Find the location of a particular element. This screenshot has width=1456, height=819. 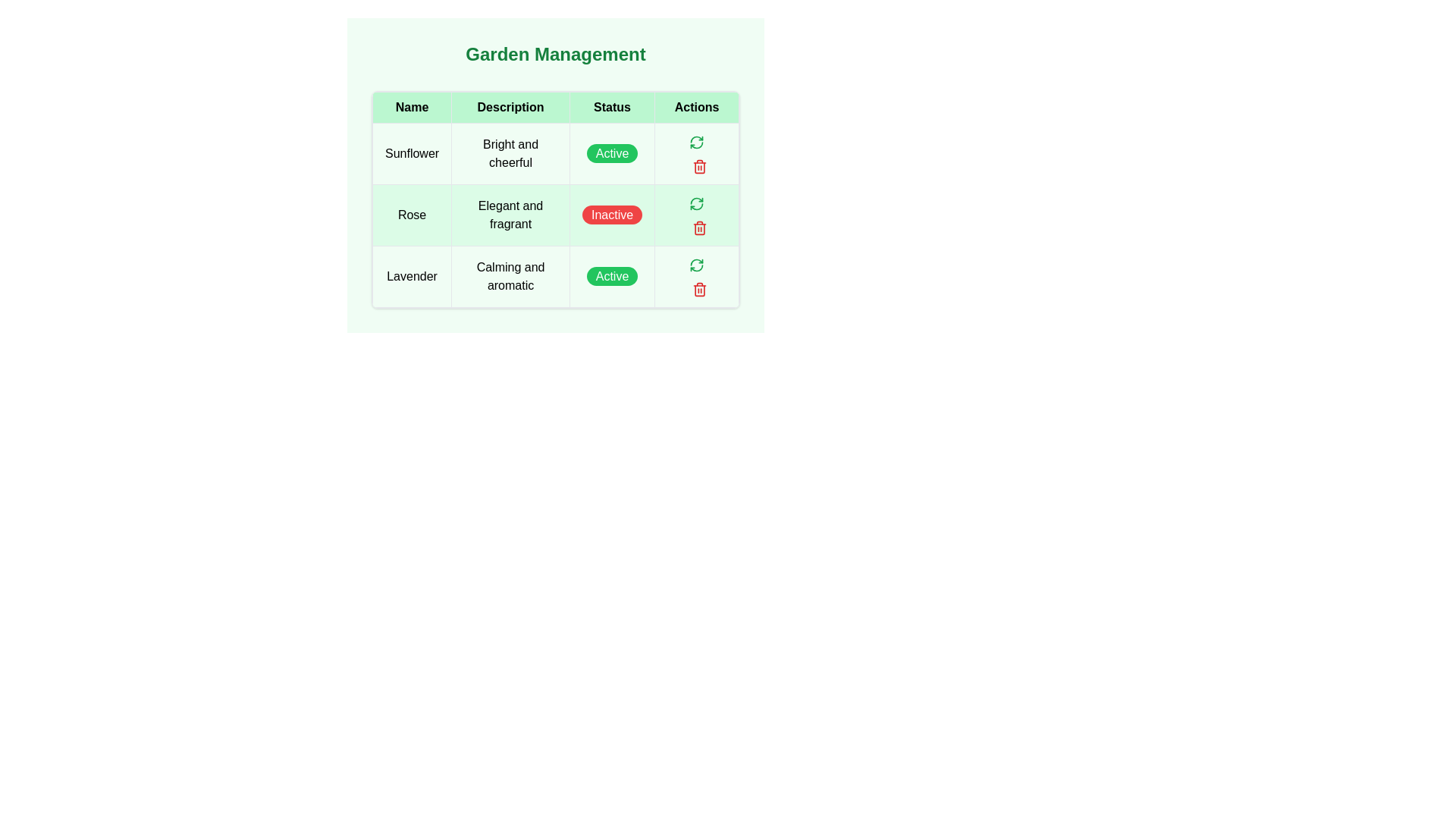

the static text label in the second row of the table under the 'Description' column, which provides information about the 'Rose' item is located at coordinates (510, 215).